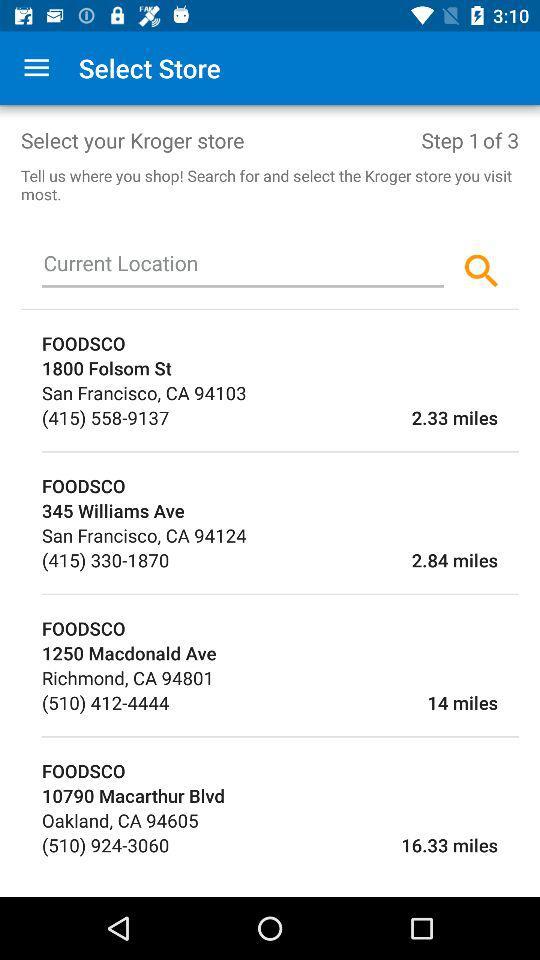 The width and height of the screenshot is (540, 960). Describe the element at coordinates (36, 68) in the screenshot. I see `the app to the left of select store item` at that location.